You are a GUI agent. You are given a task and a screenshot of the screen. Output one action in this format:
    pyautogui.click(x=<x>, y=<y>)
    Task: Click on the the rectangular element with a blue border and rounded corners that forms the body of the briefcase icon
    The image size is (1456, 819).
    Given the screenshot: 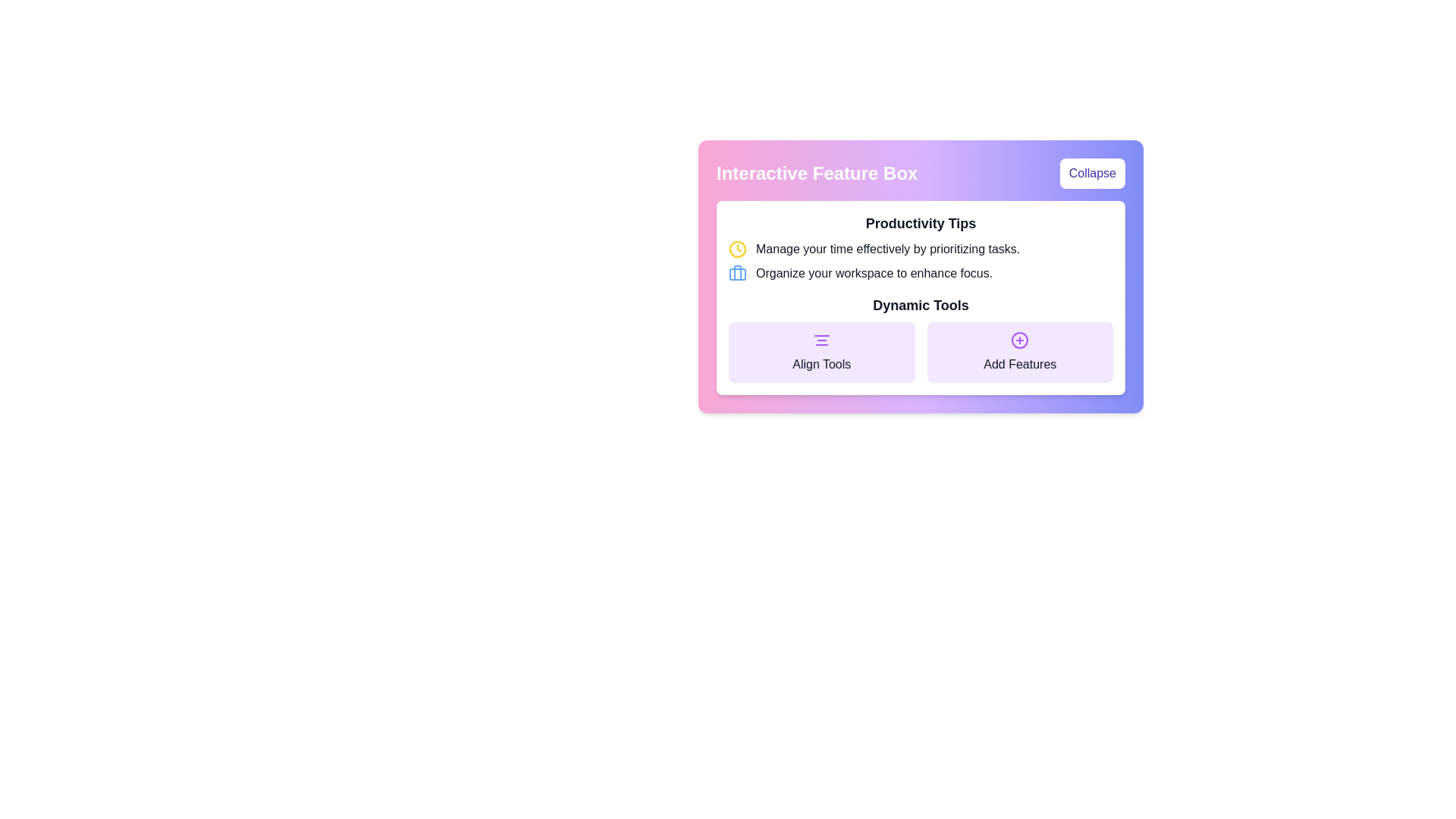 What is the action you would take?
    pyautogui.click(x=738, y=275)
    